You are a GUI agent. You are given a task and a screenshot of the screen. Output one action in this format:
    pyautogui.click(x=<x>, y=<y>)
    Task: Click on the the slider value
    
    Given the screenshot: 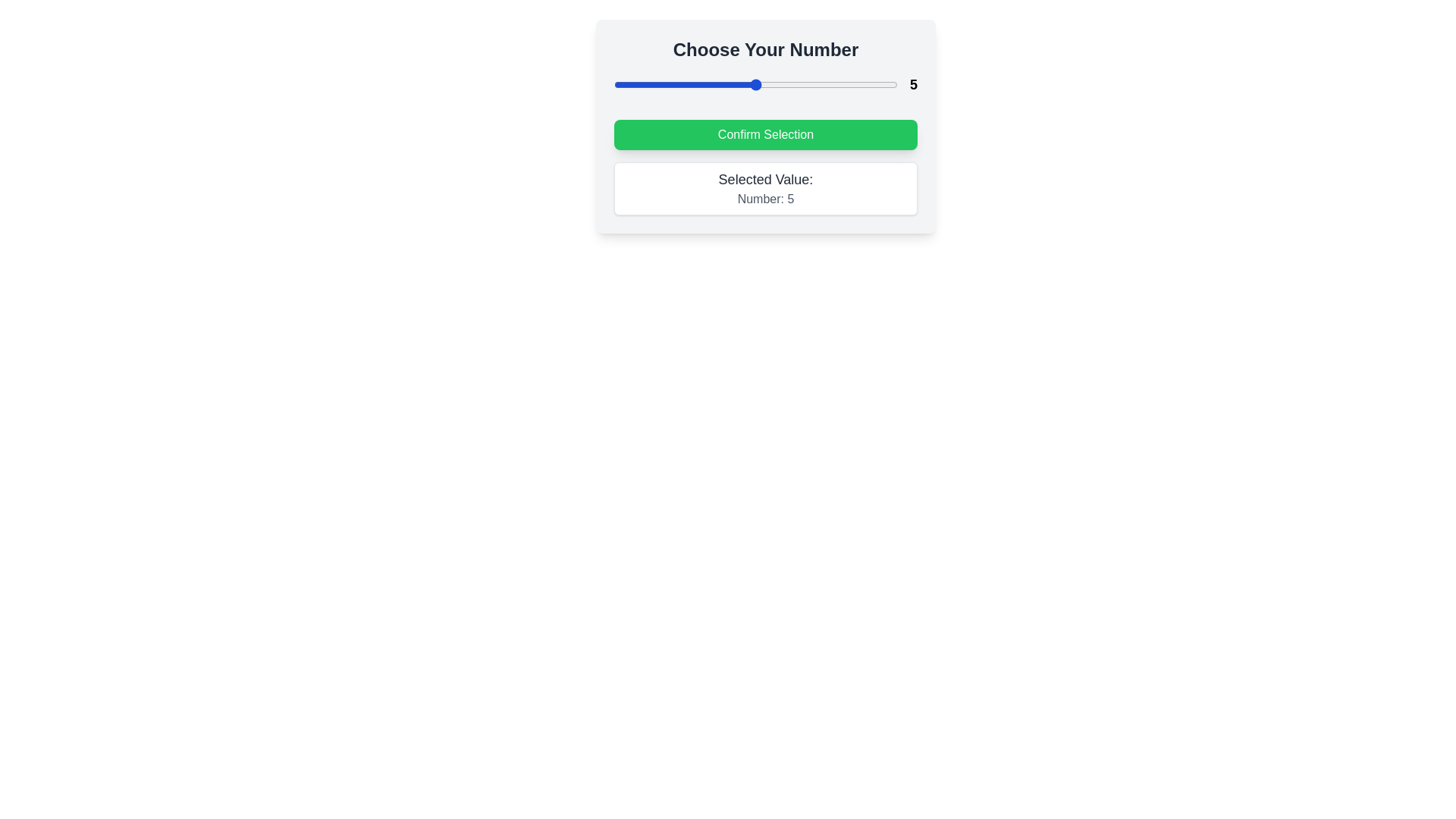 What is the action you would take?
    pyautogui.click(x=840, y=84)
    